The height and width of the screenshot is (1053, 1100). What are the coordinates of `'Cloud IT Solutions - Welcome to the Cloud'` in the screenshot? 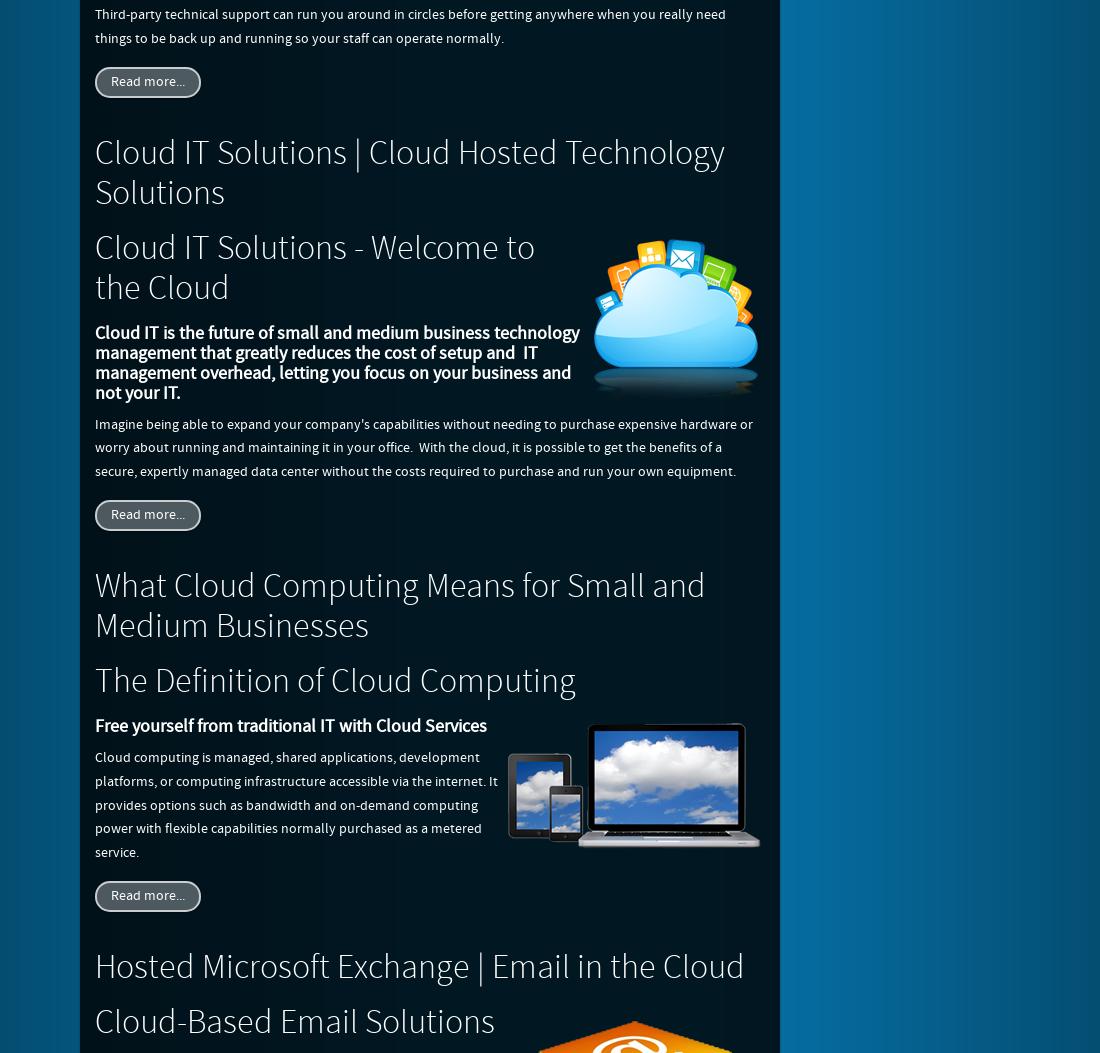 It's located at (314, 266).